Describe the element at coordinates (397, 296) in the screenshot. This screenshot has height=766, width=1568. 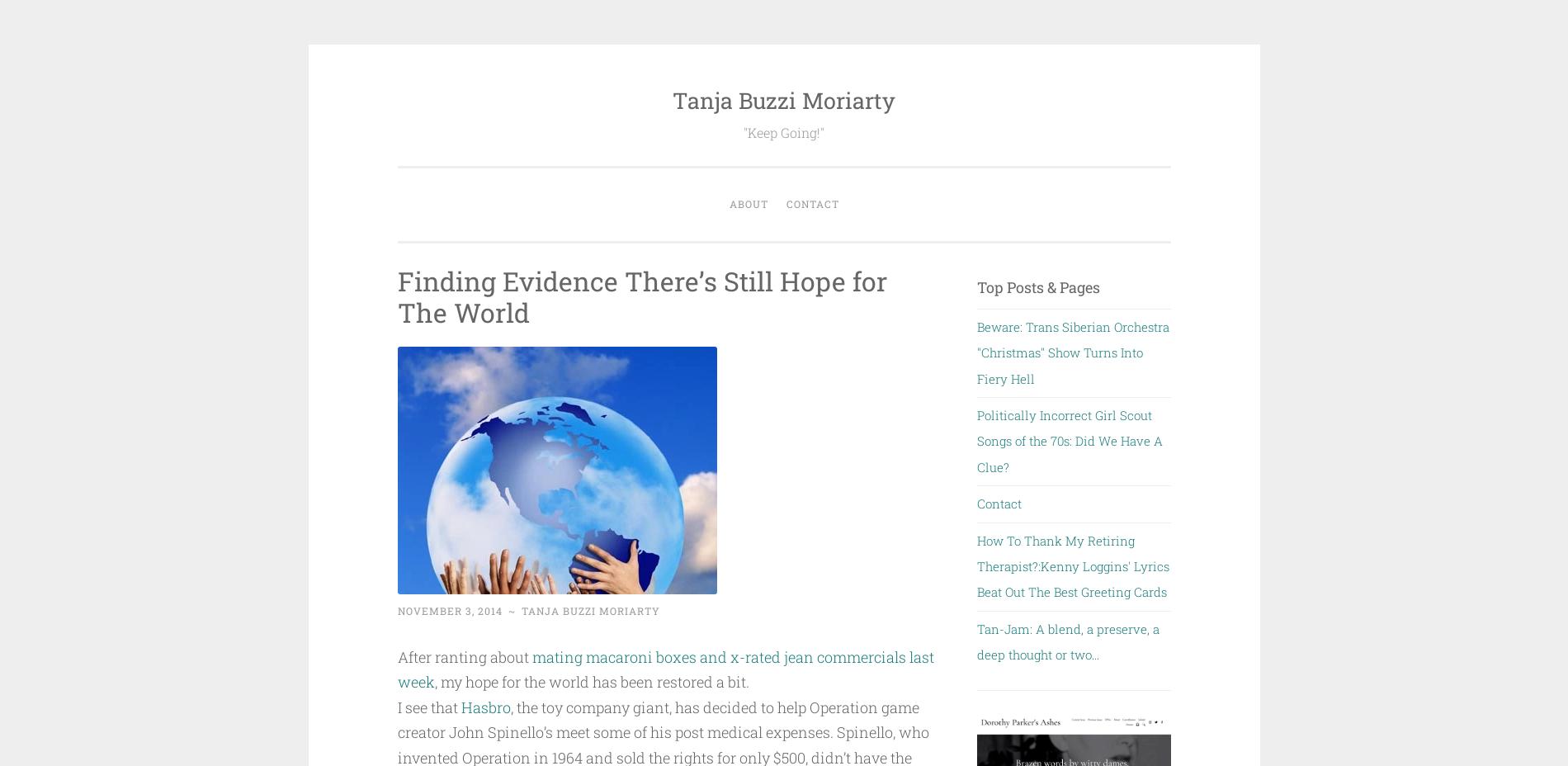
I see `'Finding Evidence There’s Still Hope for The World'` at that location.